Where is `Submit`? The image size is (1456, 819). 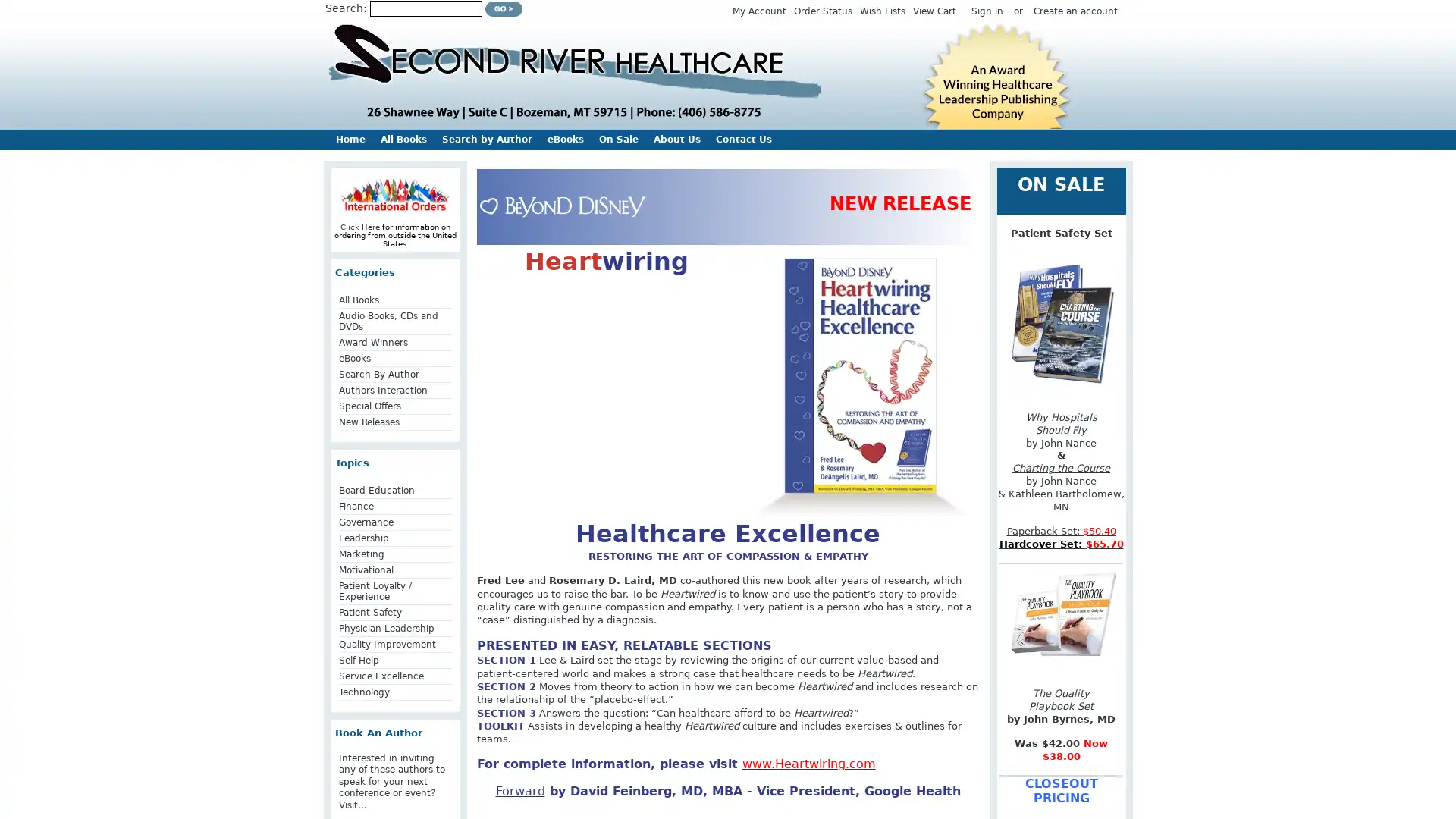 Submit is located at coordinates (503, 8).